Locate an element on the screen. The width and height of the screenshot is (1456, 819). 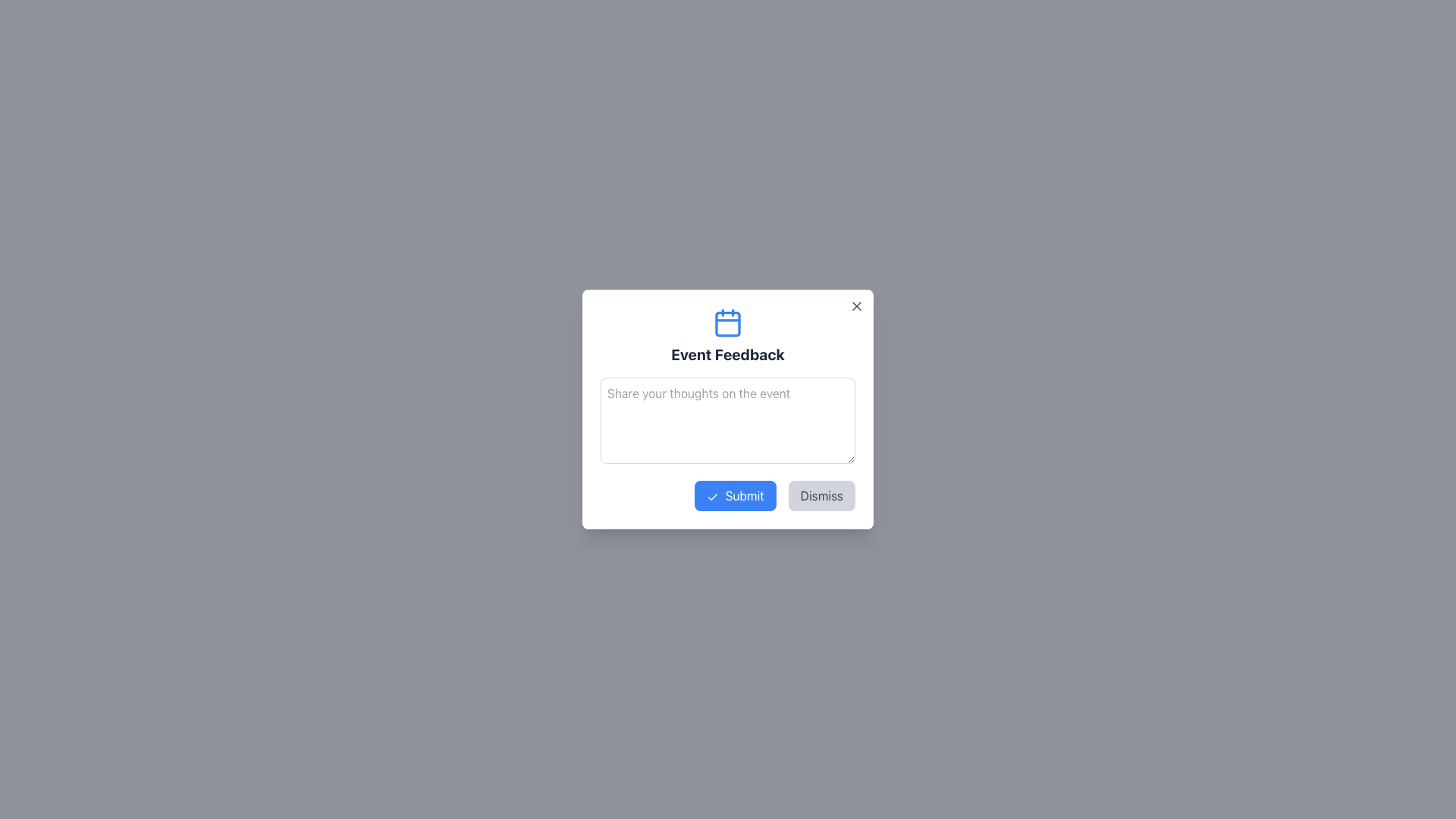
the close button located in the top-right corner of the 'Event Feedback' modal is located at coordinates (856, 306).